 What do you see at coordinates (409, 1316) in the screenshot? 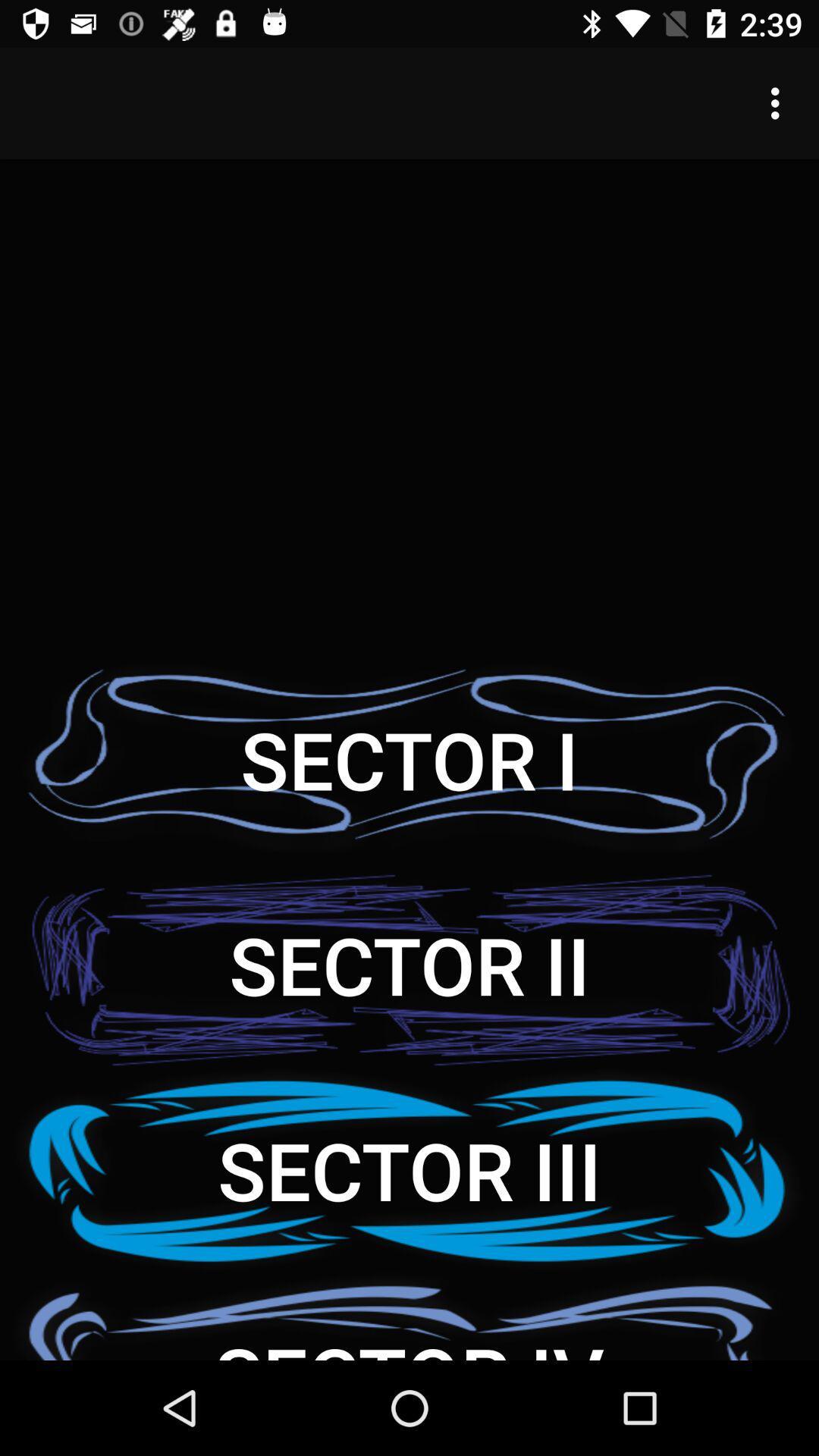
I see `item below sector iii item` at bounding box center [409, 1316].